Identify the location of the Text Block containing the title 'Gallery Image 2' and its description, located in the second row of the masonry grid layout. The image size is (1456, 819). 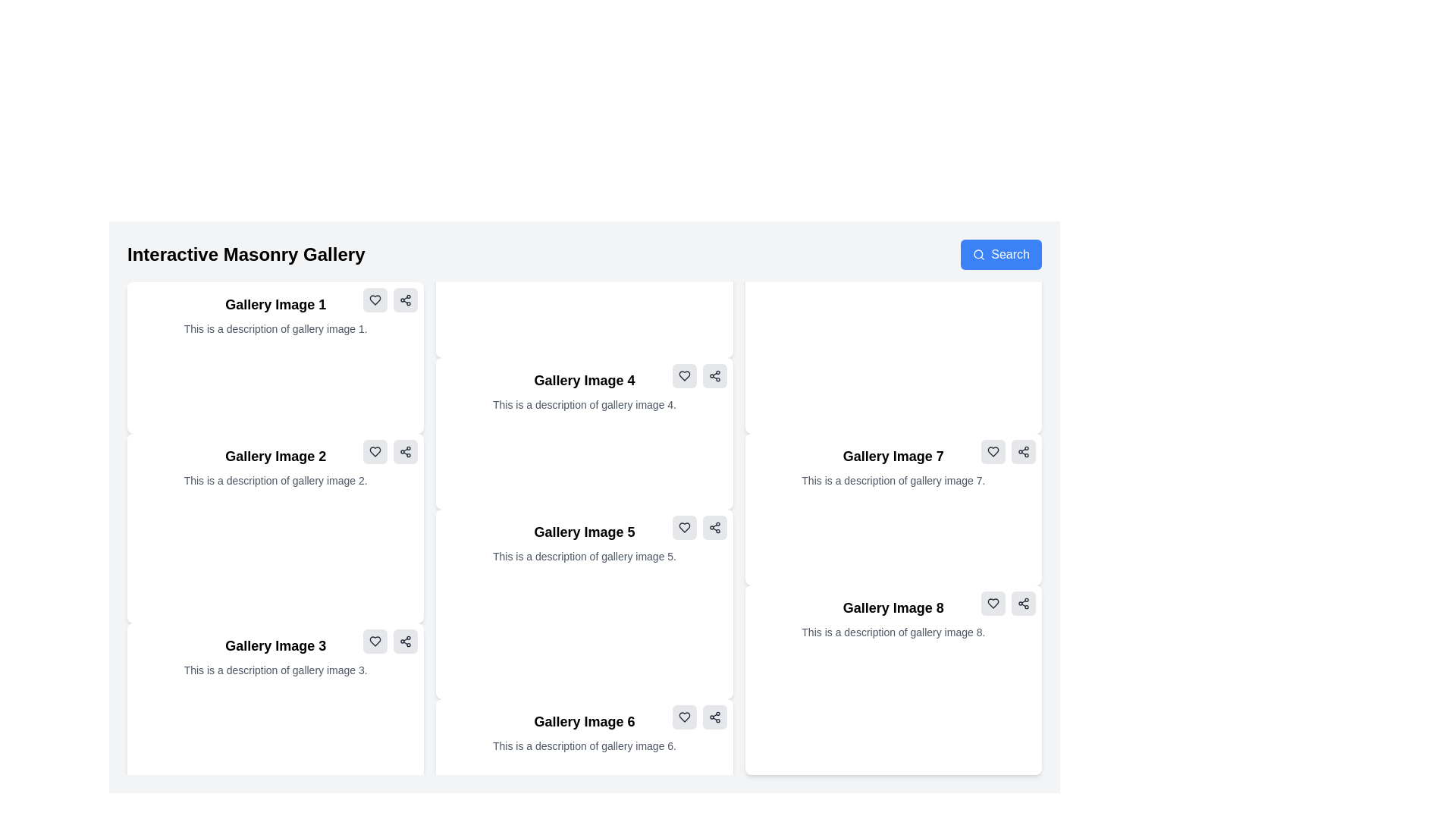
(275, 466).